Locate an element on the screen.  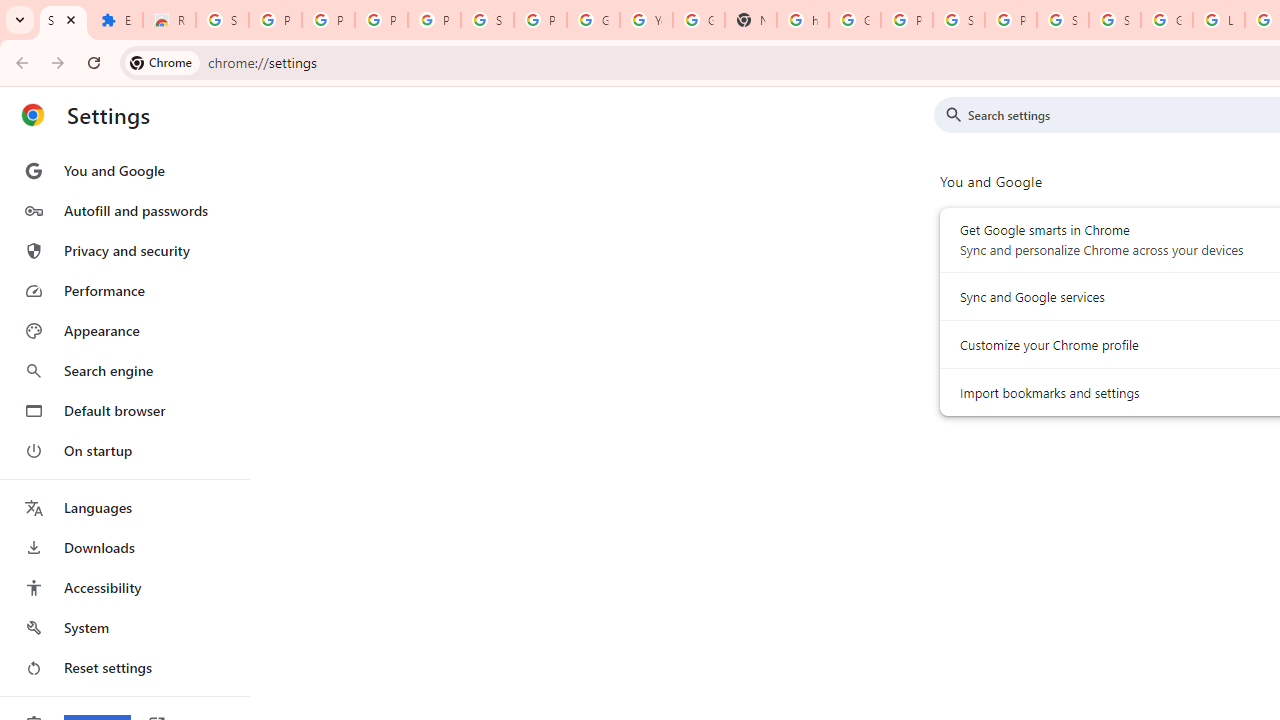
'Search engine' is located at coordinates (123, 371).